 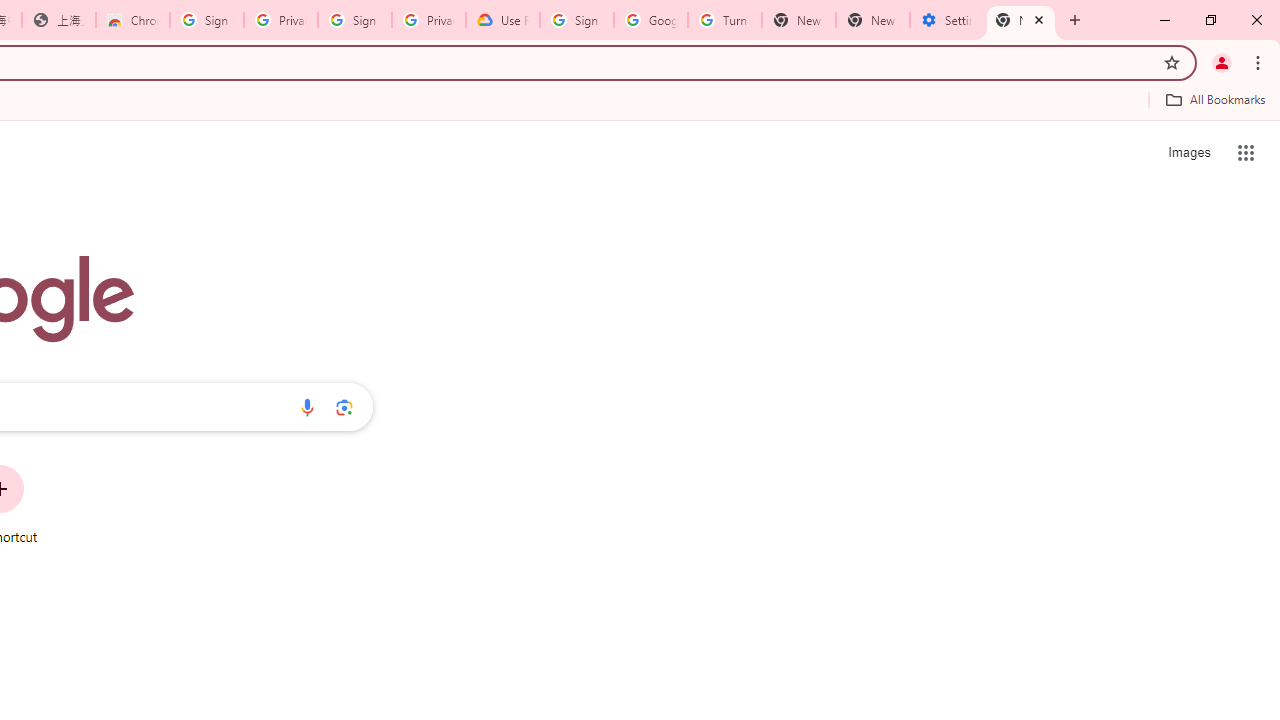 I want to click on 'Google Account Help', so click(x=651, y=20).